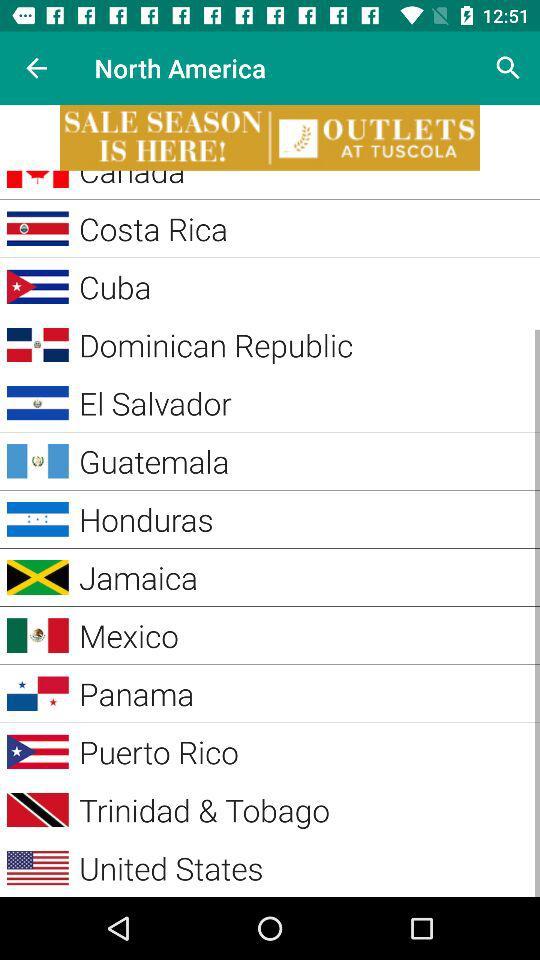 The image size is (540, 960). I want to click on the symbol beside dominican republic, so click(38, 345).